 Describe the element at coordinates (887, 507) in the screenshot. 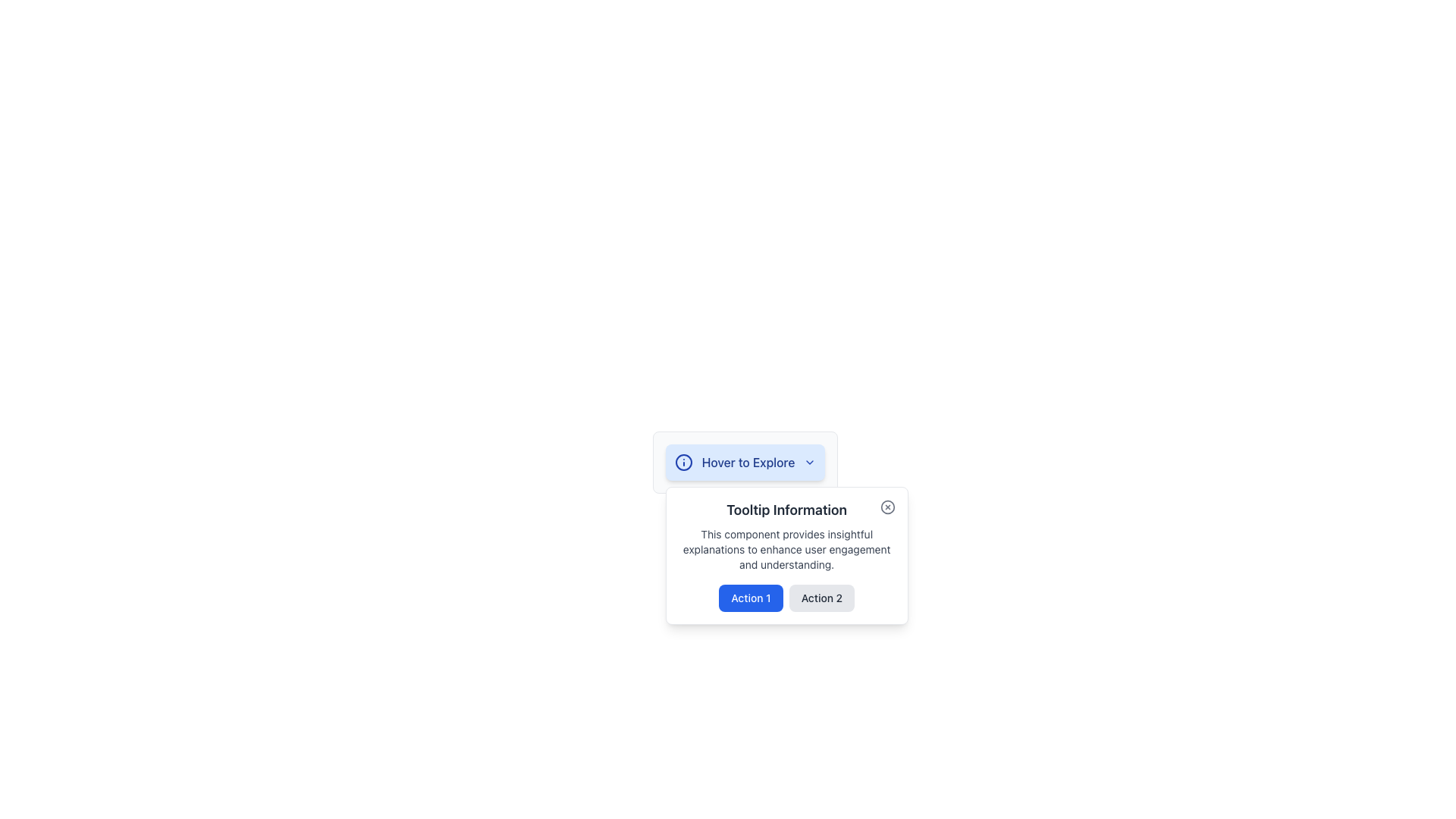

I see `the close icon located at the top-right corner of the 'Tooltip Information' tooltip` at that location.